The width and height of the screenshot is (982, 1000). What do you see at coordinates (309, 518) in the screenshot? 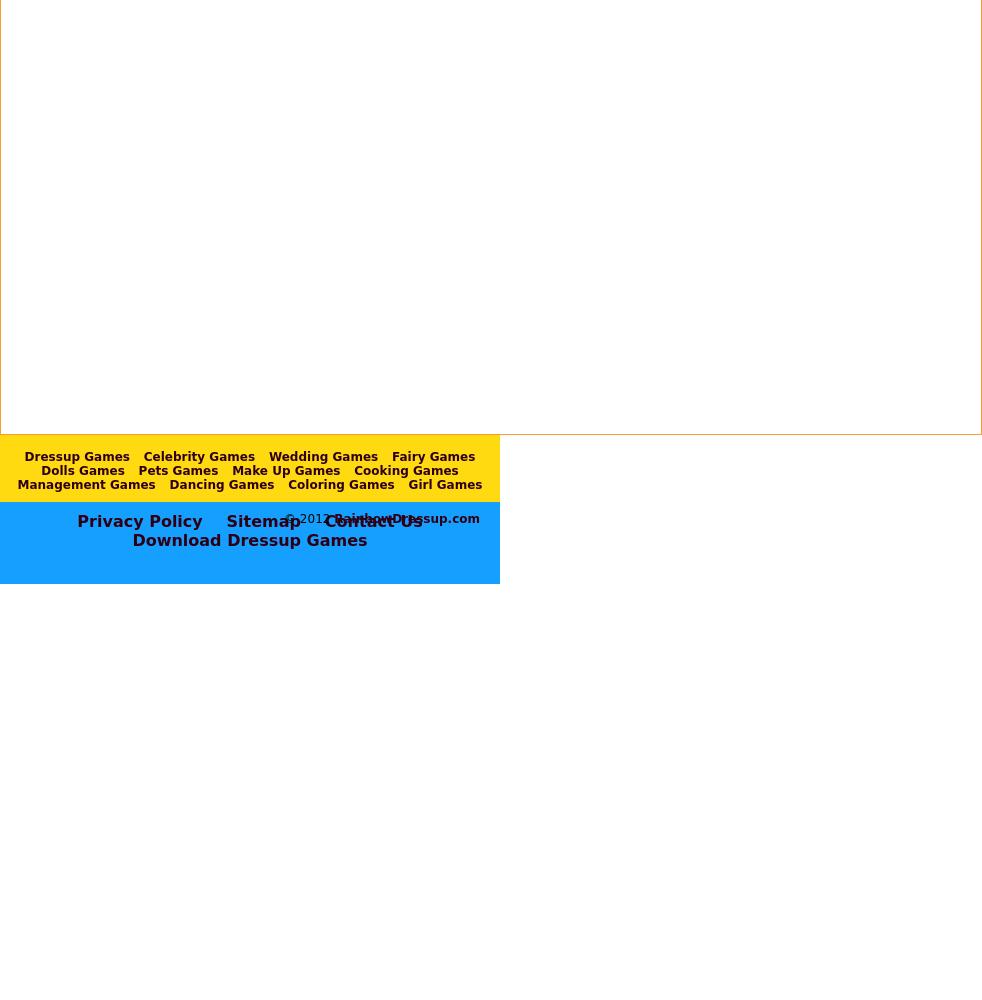
I see `'© 2012'` at bounding box center [309, 518].